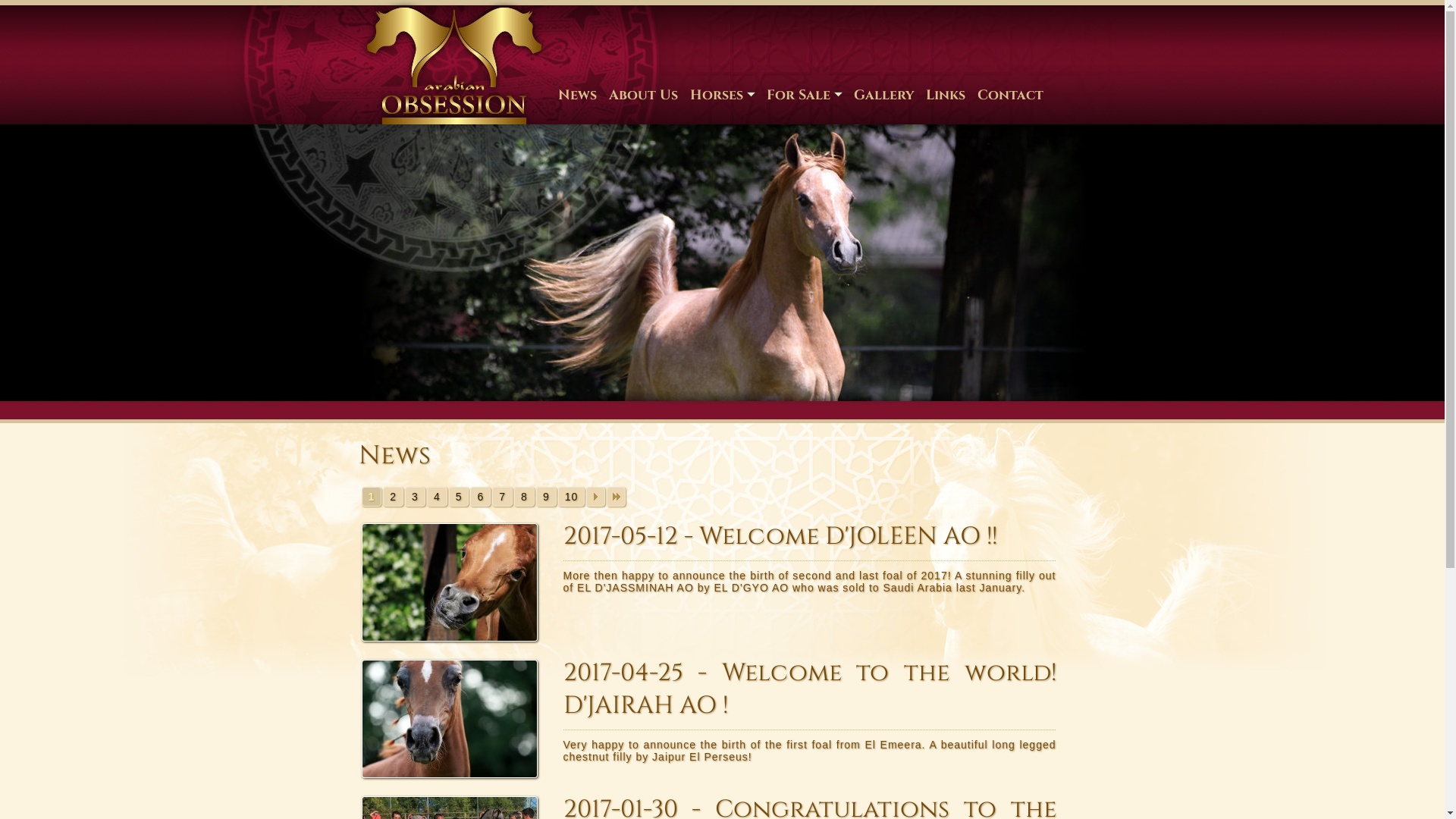  Describe the element at coordinates (642, 94) in the screenshot. I see `'About Us'` at that location.